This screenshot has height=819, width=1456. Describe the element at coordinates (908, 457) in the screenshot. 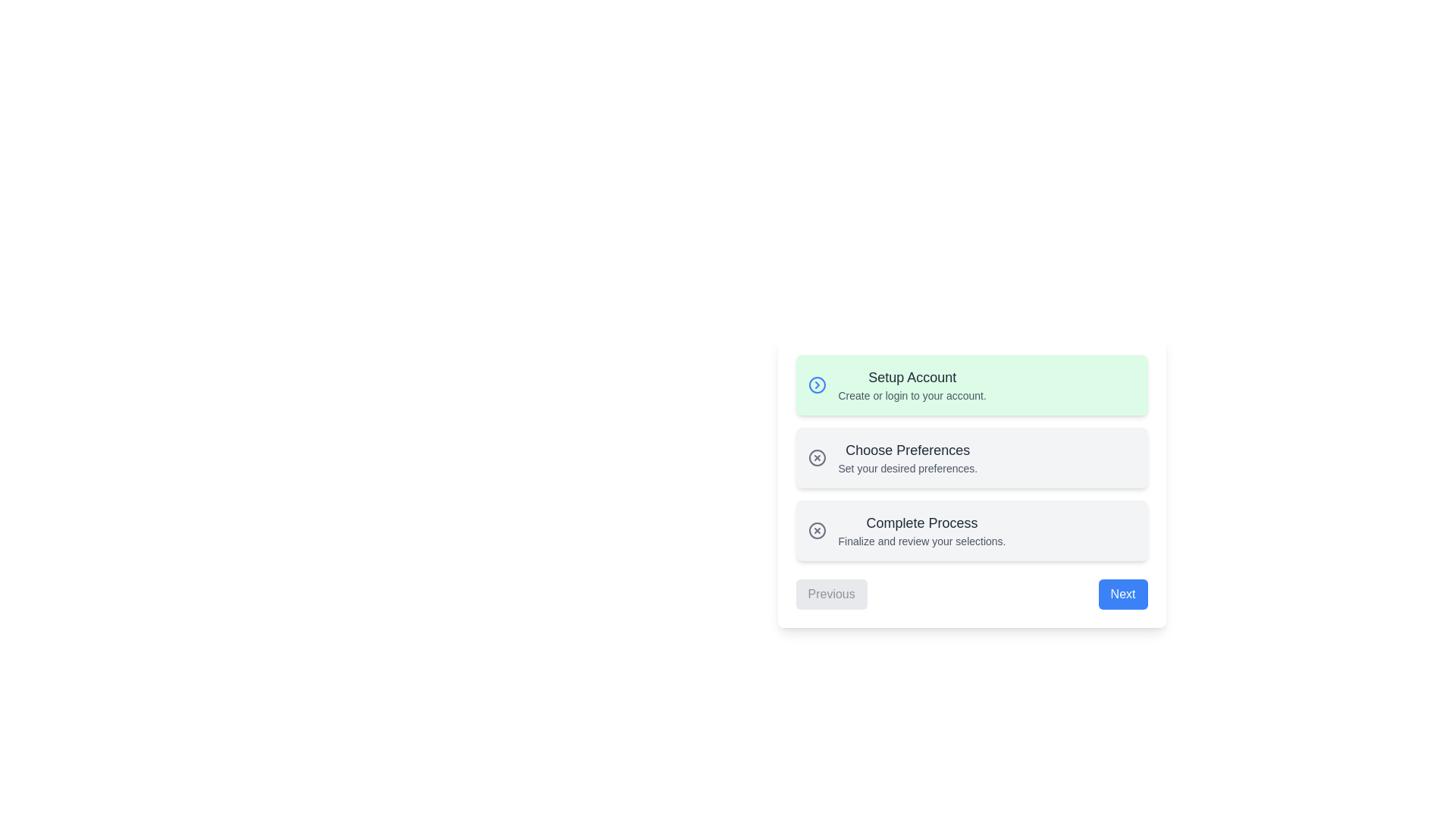

I see `the second item in the vertically arranged list that provides descriptive content for user preferences, located below 'Setup Account' and above 'Complete Process.'` at that location.